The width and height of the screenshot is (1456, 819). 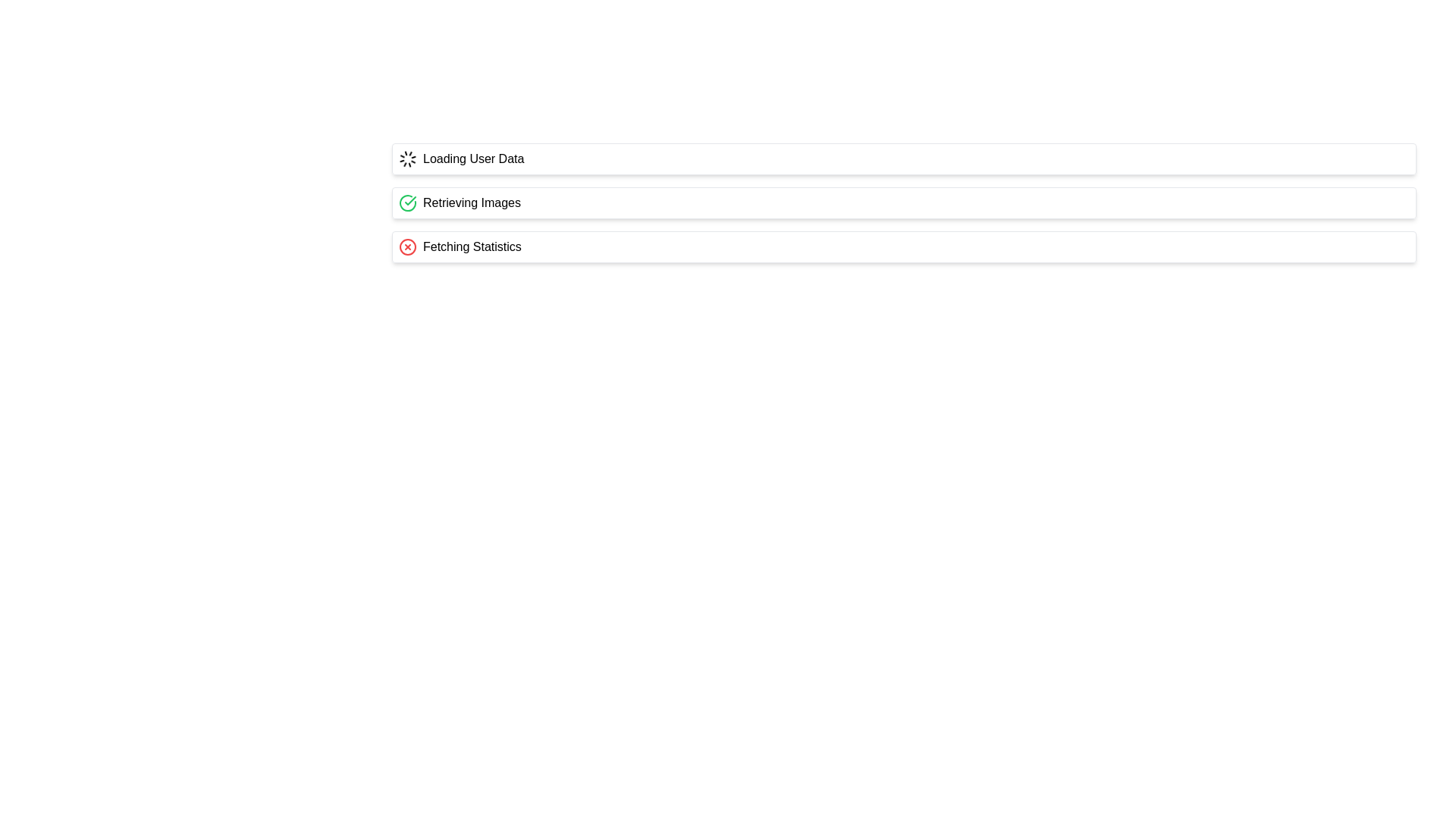 What do you see at coordinates (459, 202) in the screenshot?
I see `the status indicator label located between 'Loading User Data' and 'Fetching Statistics' to observe its progress or completion status` at bounding box center [459, 202].